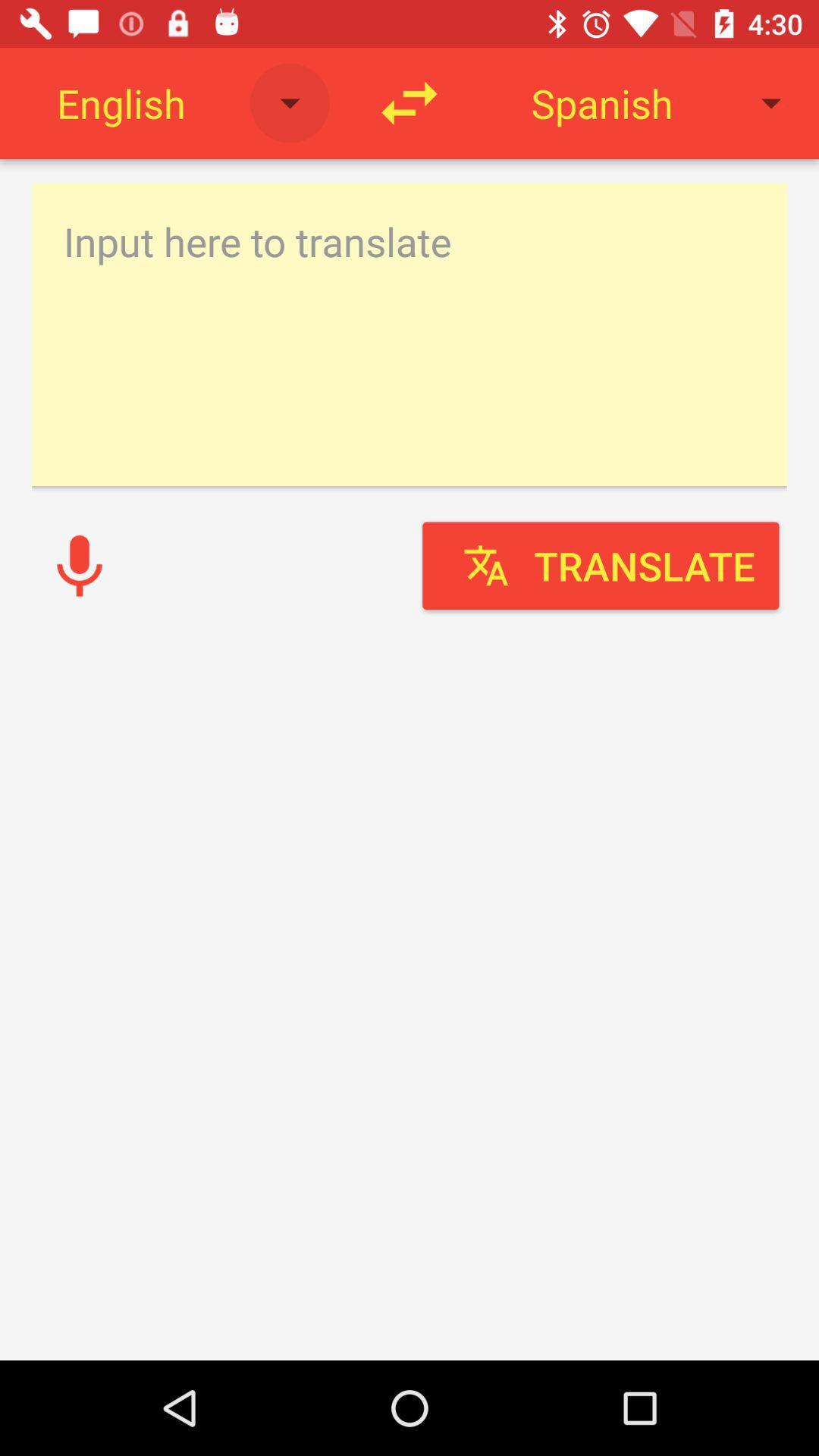  Describe the element at coordinates (409, 334) in the screenshot. I see `translate english text to spanish translate english voice to spanish` at that location.